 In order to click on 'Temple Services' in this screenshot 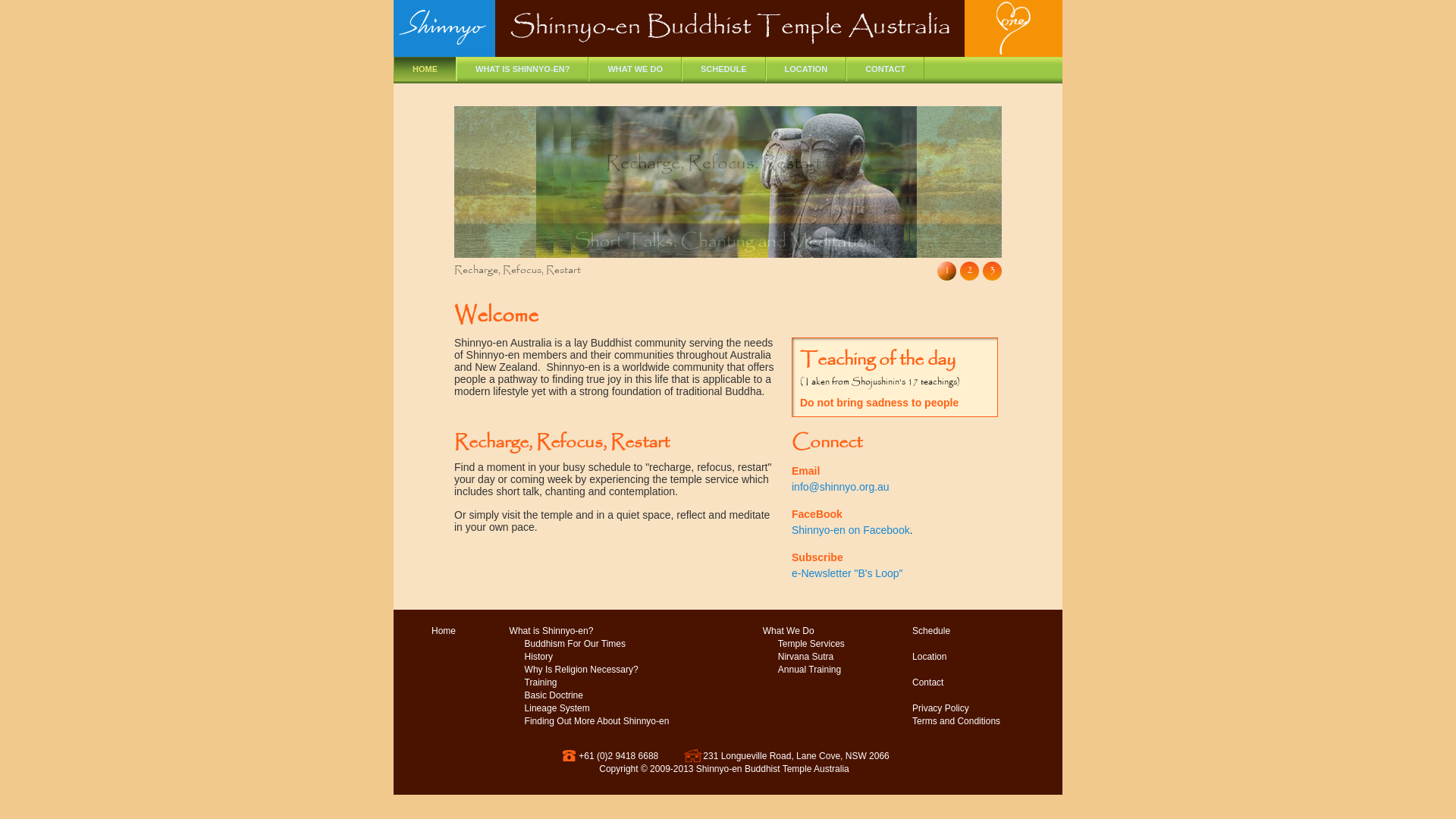, I will do `click(811, 644)`.